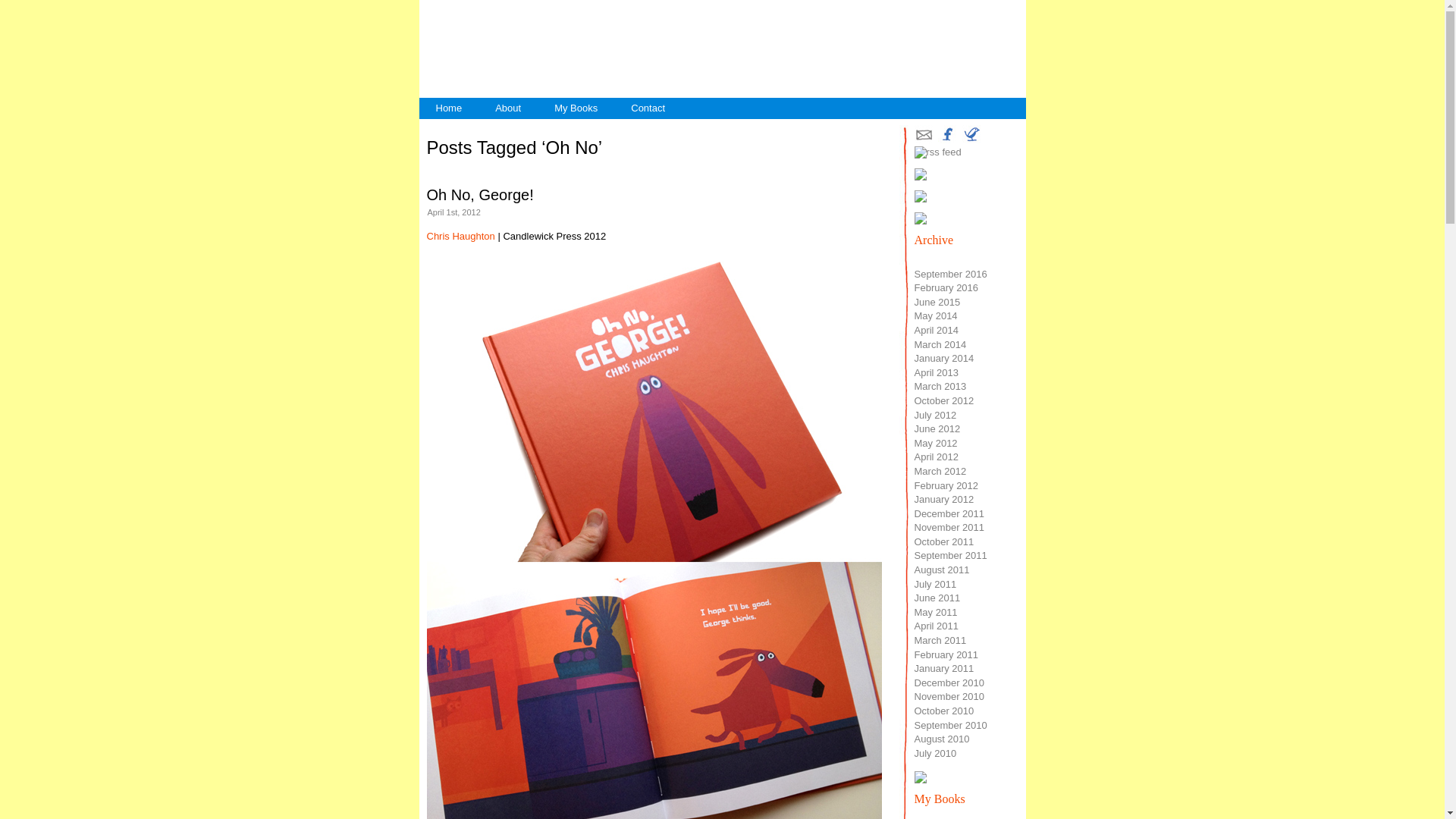 This screenshot has height=819, width=1456. What do you see at coordinates (949, 274) in the screenshot?
I see `'September 2016'` at bounding box center [949, 274].